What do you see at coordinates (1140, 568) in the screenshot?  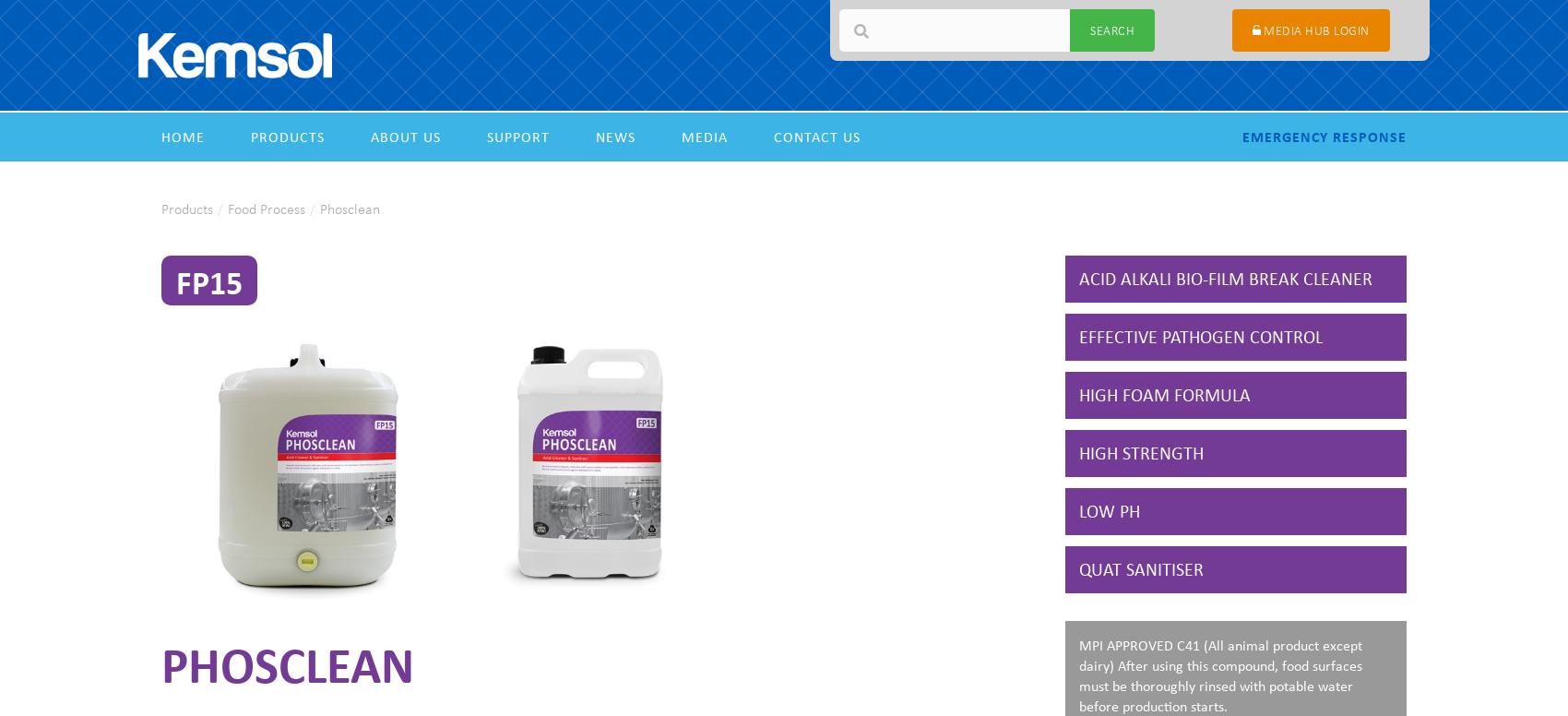 I see `'QUAT SANITISER'` at bounding box center [1140, 568].